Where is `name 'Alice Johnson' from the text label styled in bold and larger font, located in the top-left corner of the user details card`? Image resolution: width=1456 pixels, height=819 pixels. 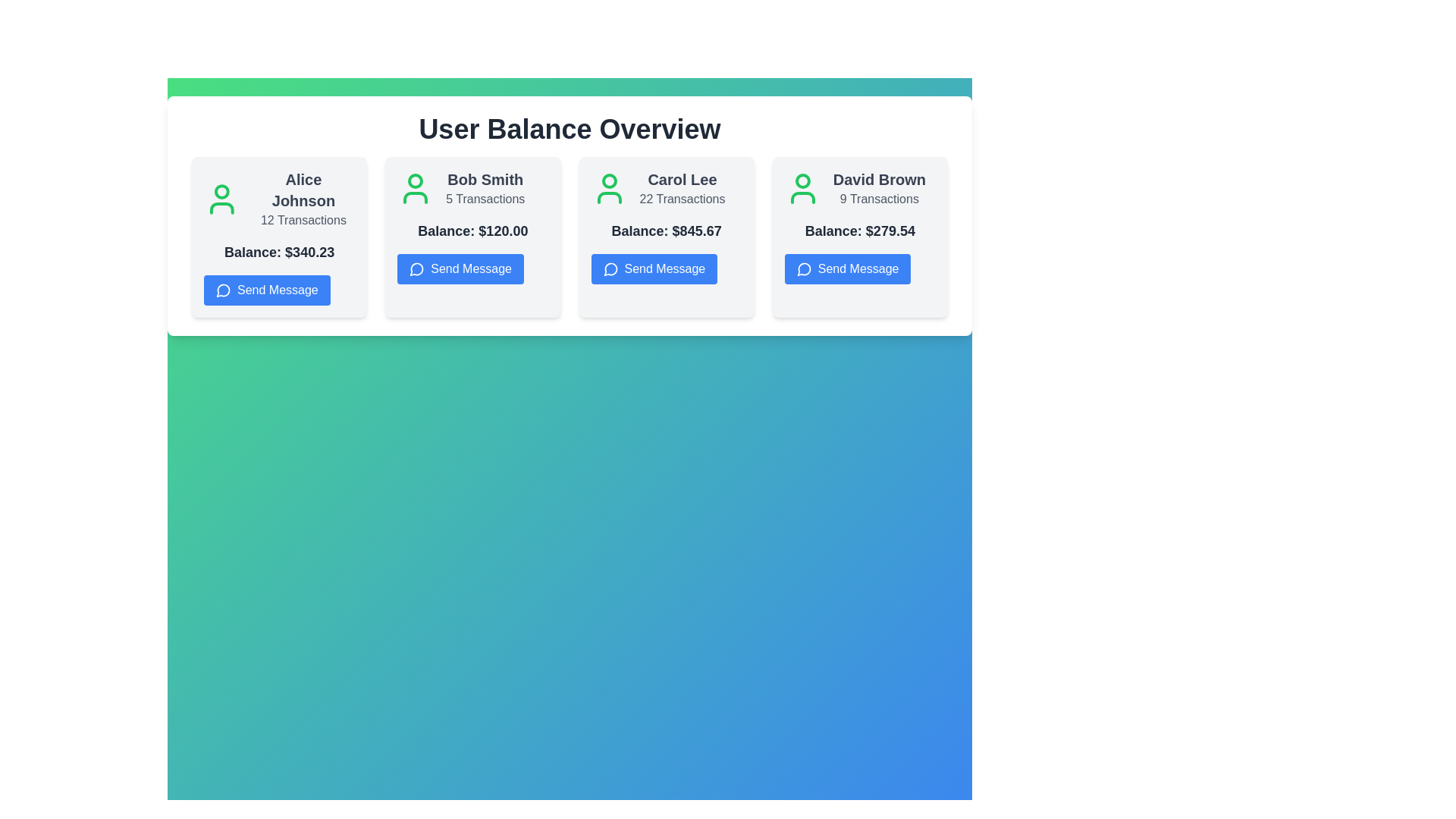
name 'Alice Johnson' from the text label styled in bold and larger font, located in the top-left corner of the user details card is located at coordinates (303, 189).